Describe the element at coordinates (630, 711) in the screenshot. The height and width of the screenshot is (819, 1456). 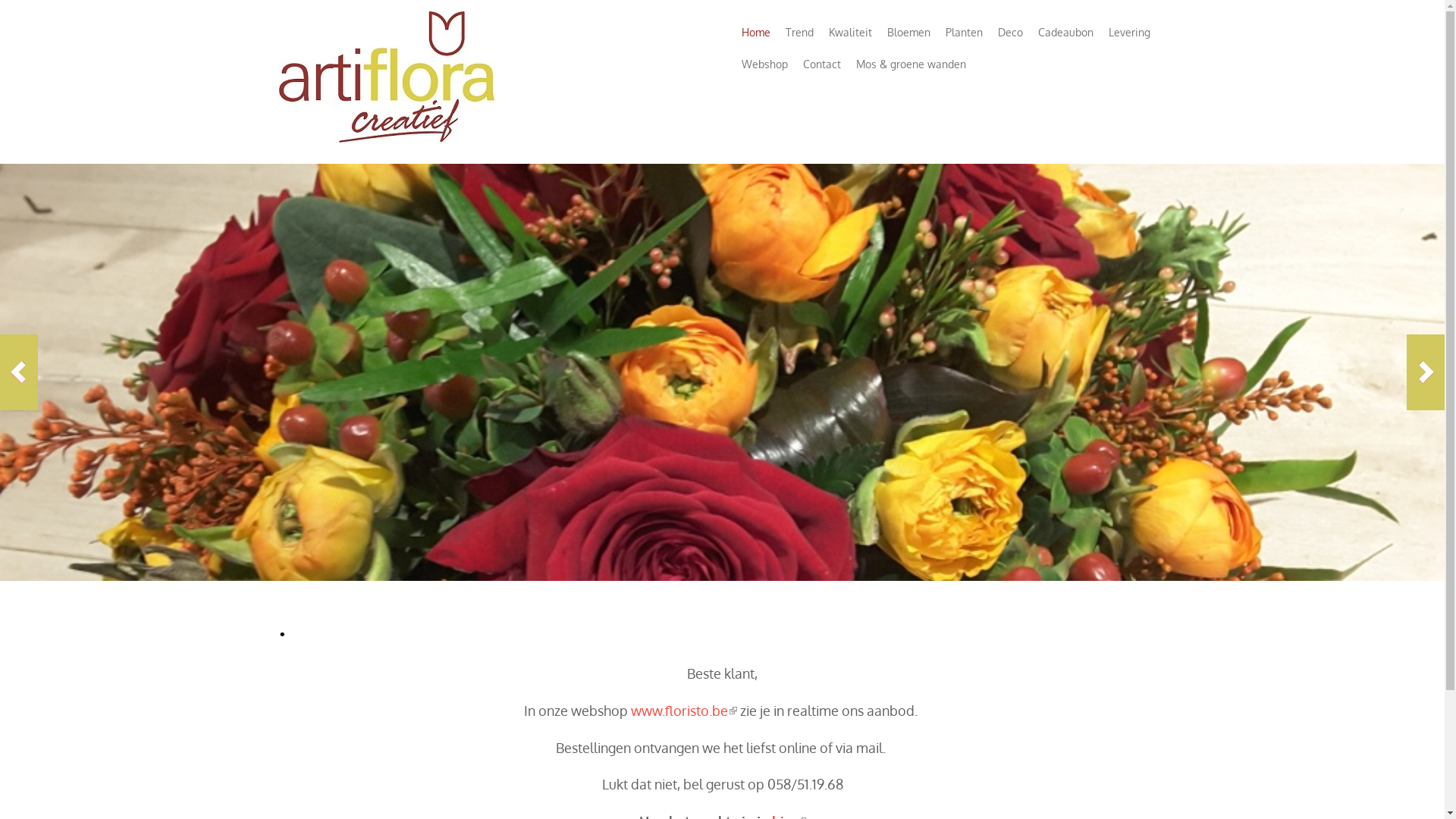
I see `'www.floristo.be'` at that location.